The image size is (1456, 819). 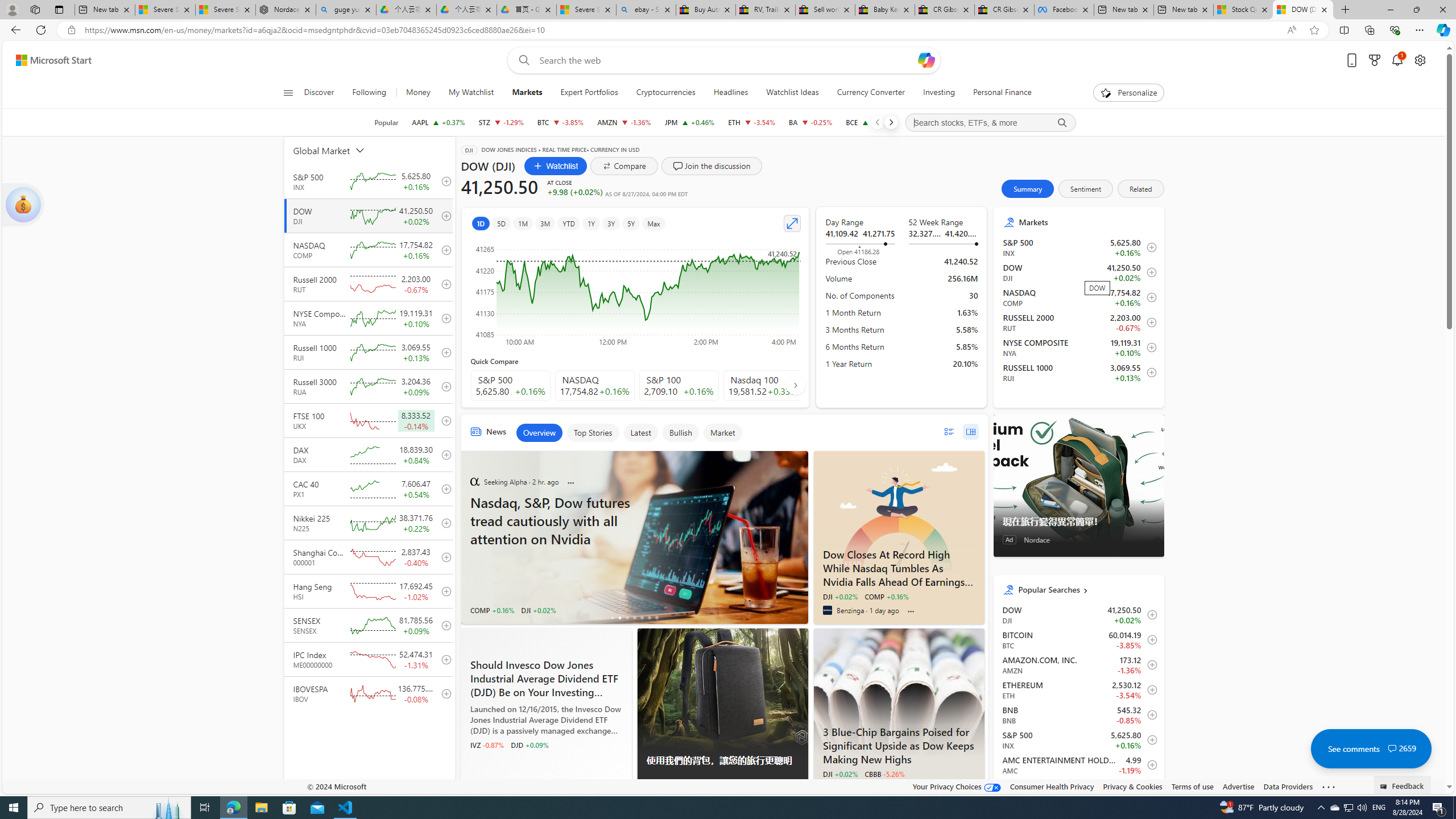 I want to click on 'Bullish', so click(x=680, y=433).